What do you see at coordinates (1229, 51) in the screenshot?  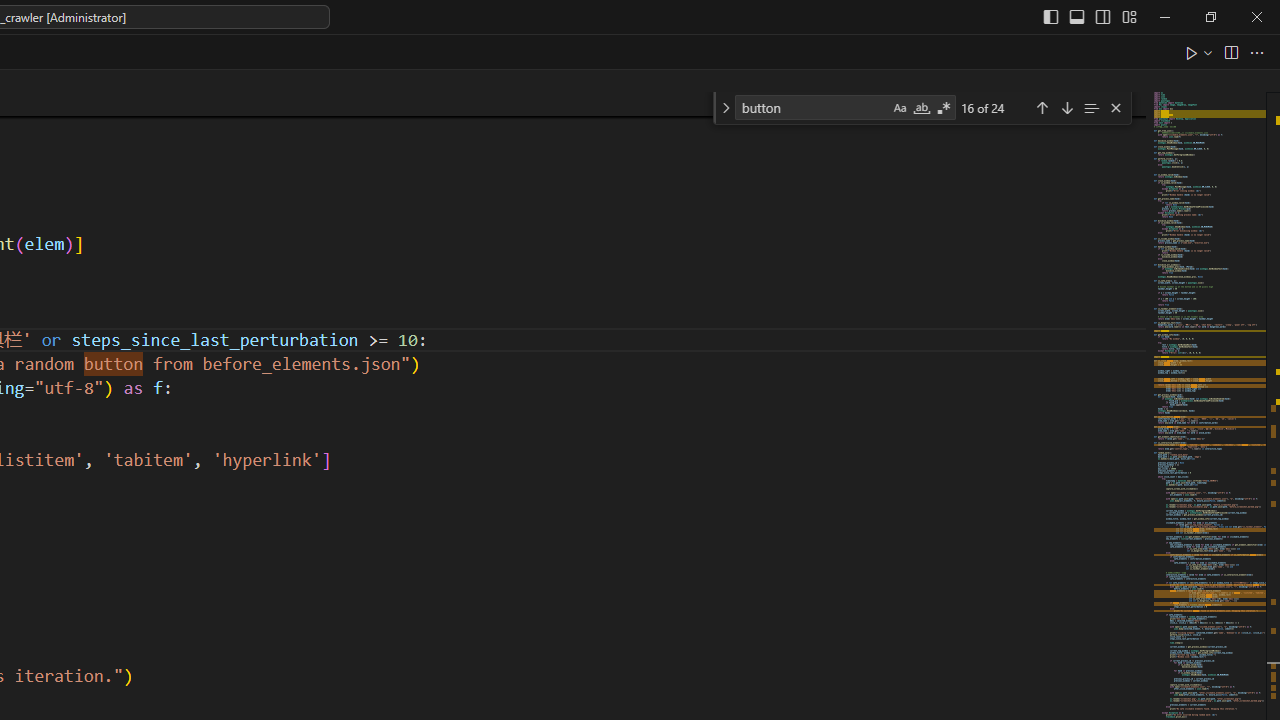 I see `'Split Editor Right (Ctrl+\) [Alt] Split Editor Down'` at bounding box center [1229, 51].